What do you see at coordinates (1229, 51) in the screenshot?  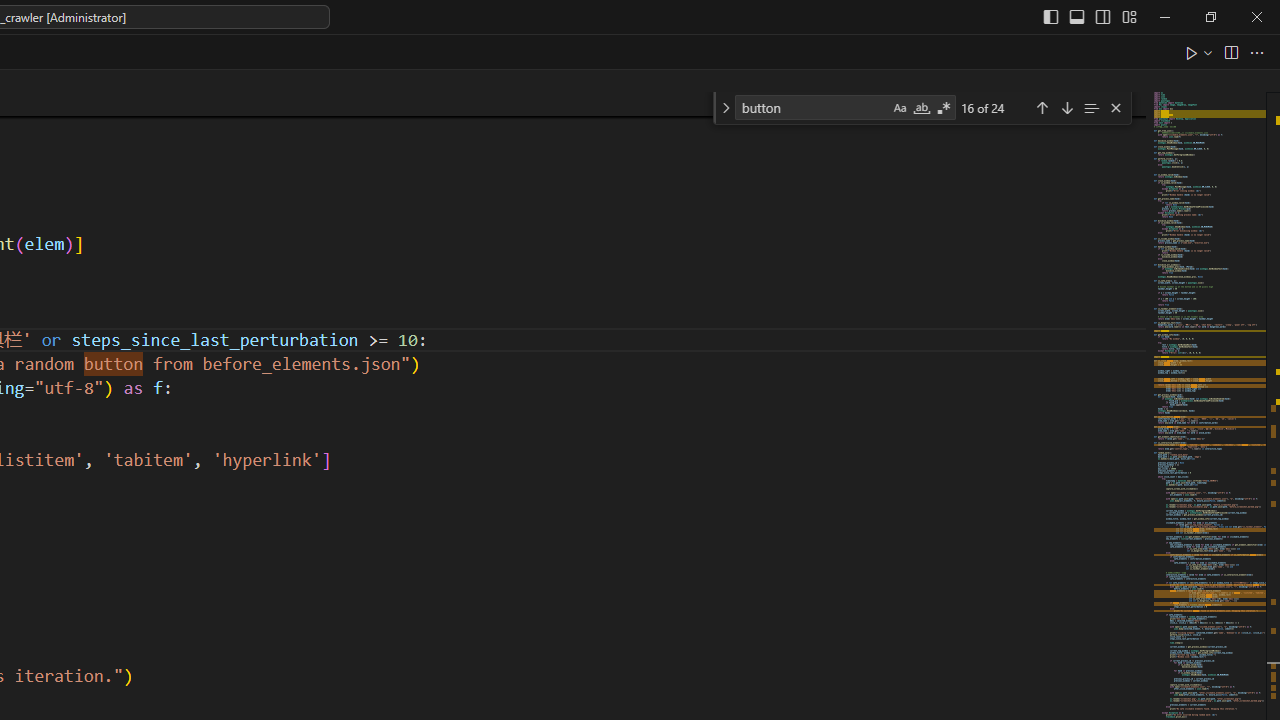 I see `'Split Editor Right (Ctrl+\) [Alt] Split Editor Down'` at bounding box center [1229, 51].